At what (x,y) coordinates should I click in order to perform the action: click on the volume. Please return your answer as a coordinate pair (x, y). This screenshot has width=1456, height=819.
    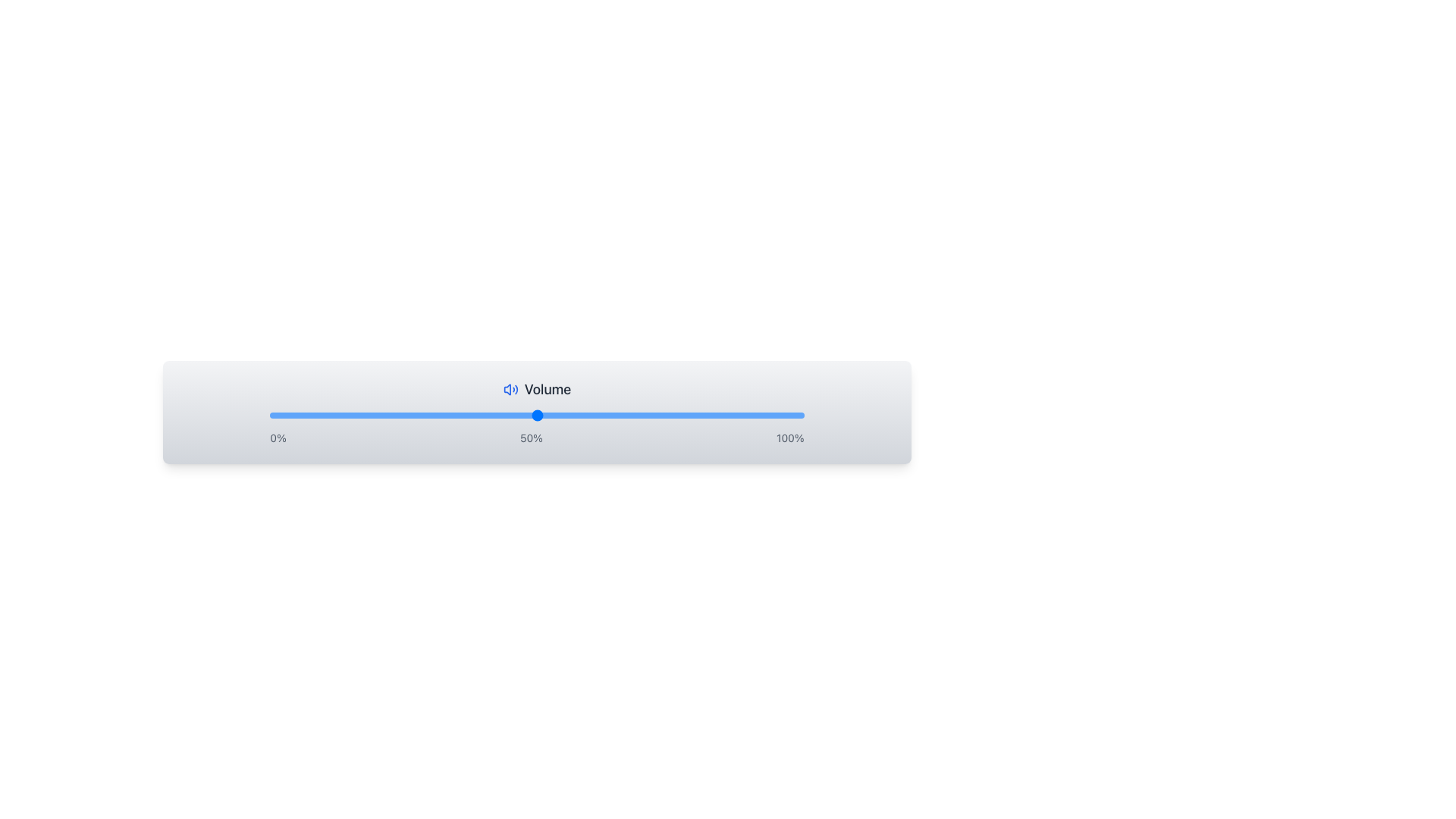
    Looking at the image, I should click on (392, 415).